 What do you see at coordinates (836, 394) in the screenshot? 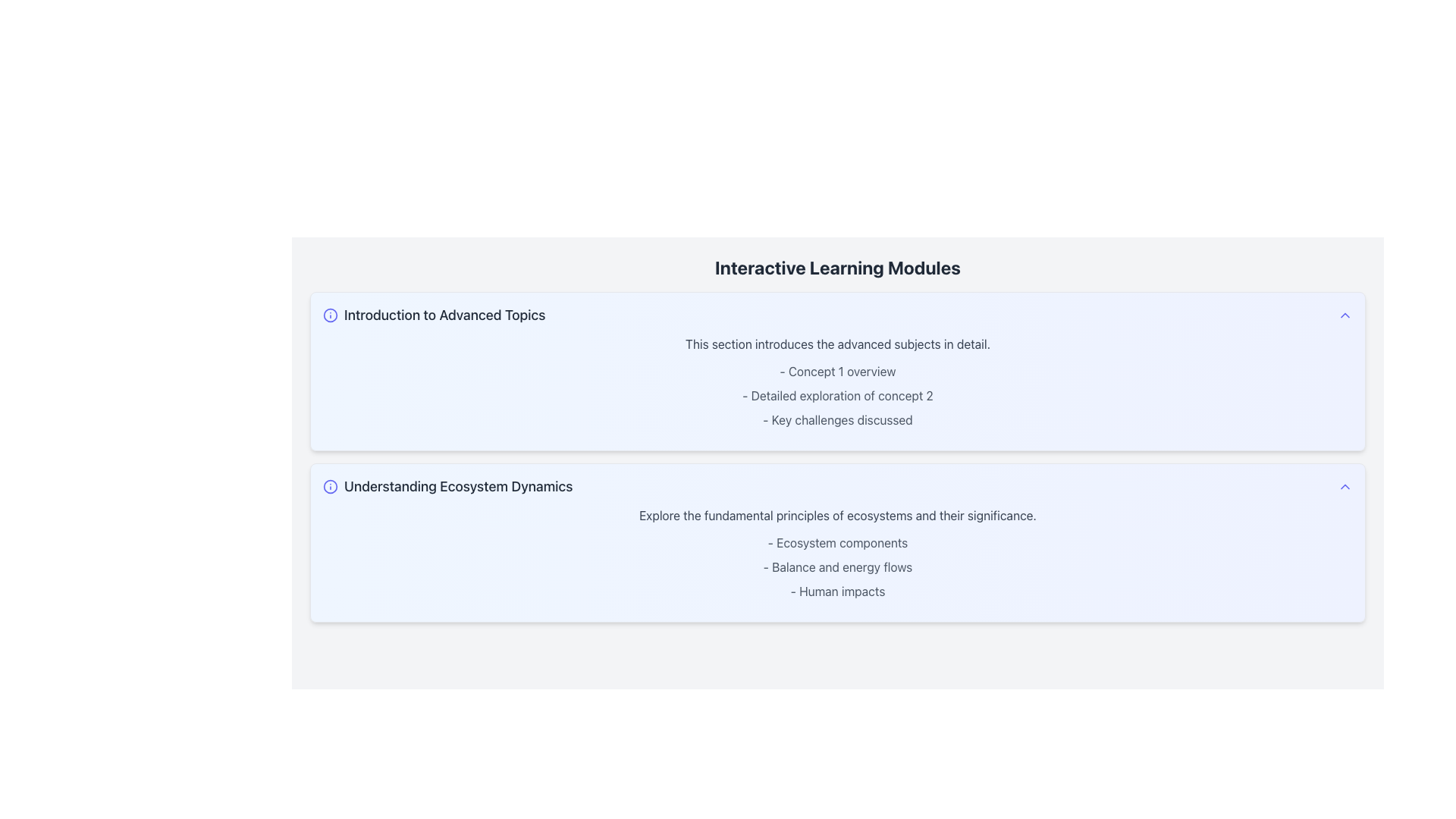
I see `the second bullet point in the list under the section titled 'Introduction to Advanced Topics' for selection or interaction` at bounding box center [836, 394].